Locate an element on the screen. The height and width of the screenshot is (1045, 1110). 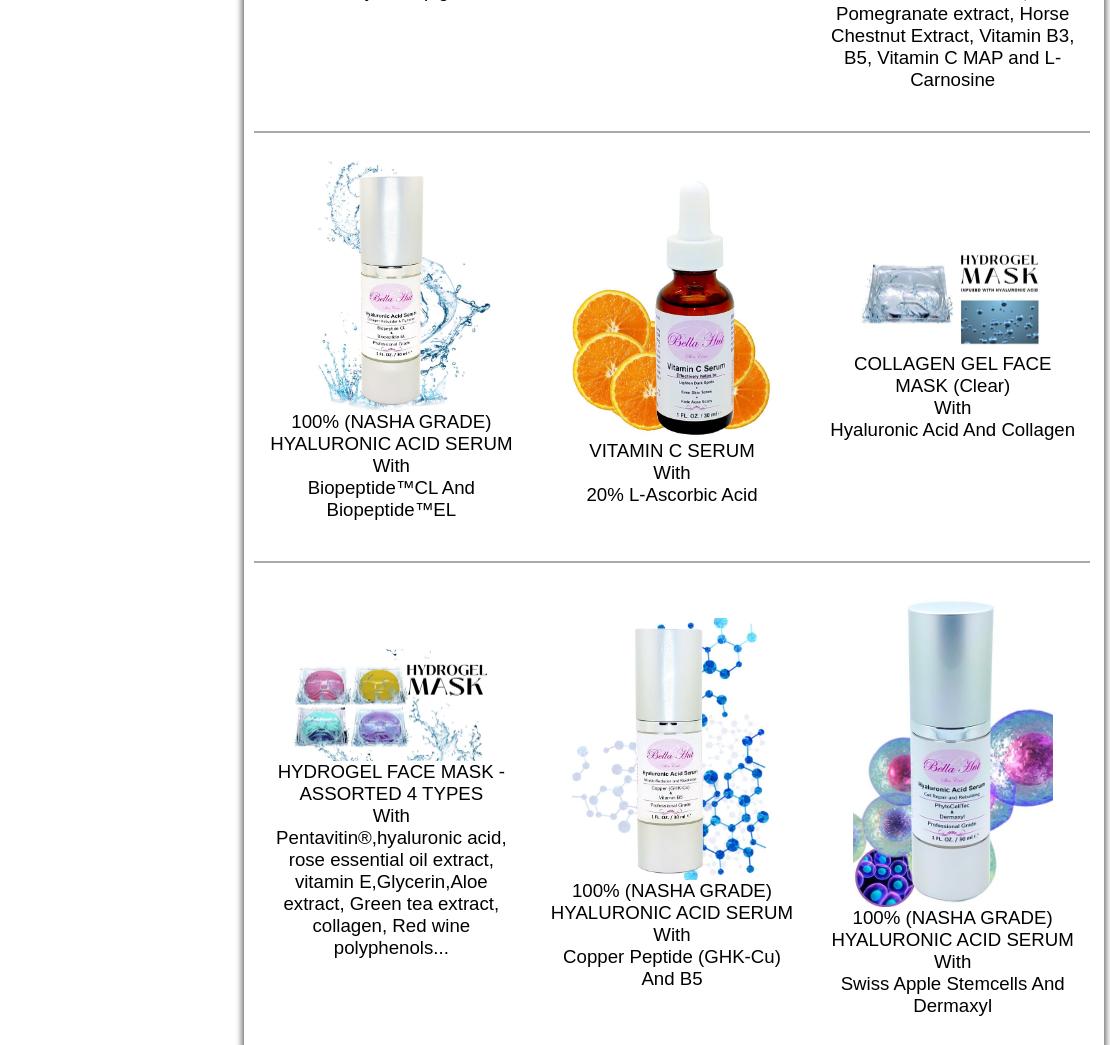
'I can feel the tightening when I apply it miracle cream' is located at coordinates (724, 496).